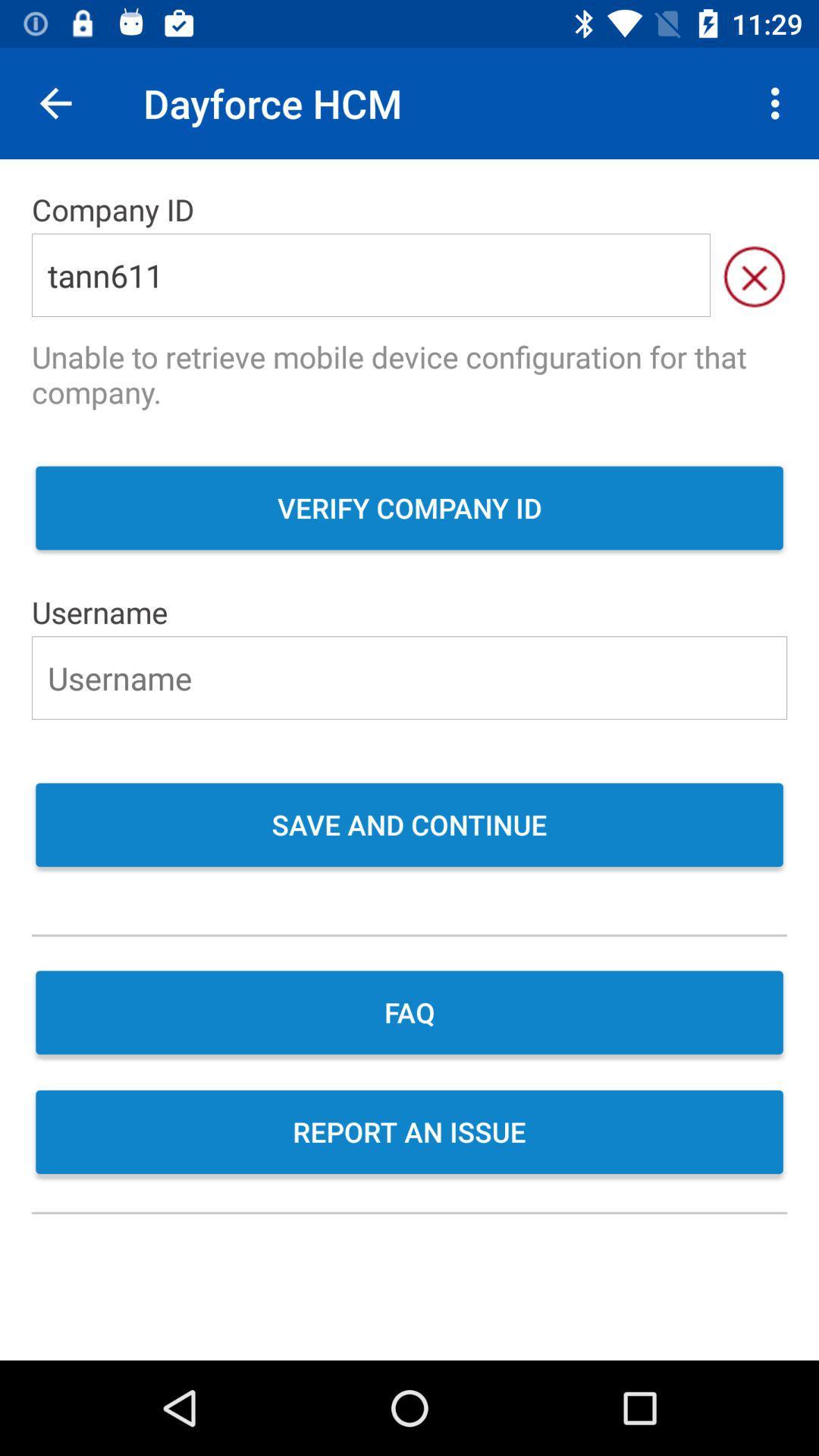 This screenshot has height=1456, width=819. I want to click on the icon below username icon, so click(409, 676).